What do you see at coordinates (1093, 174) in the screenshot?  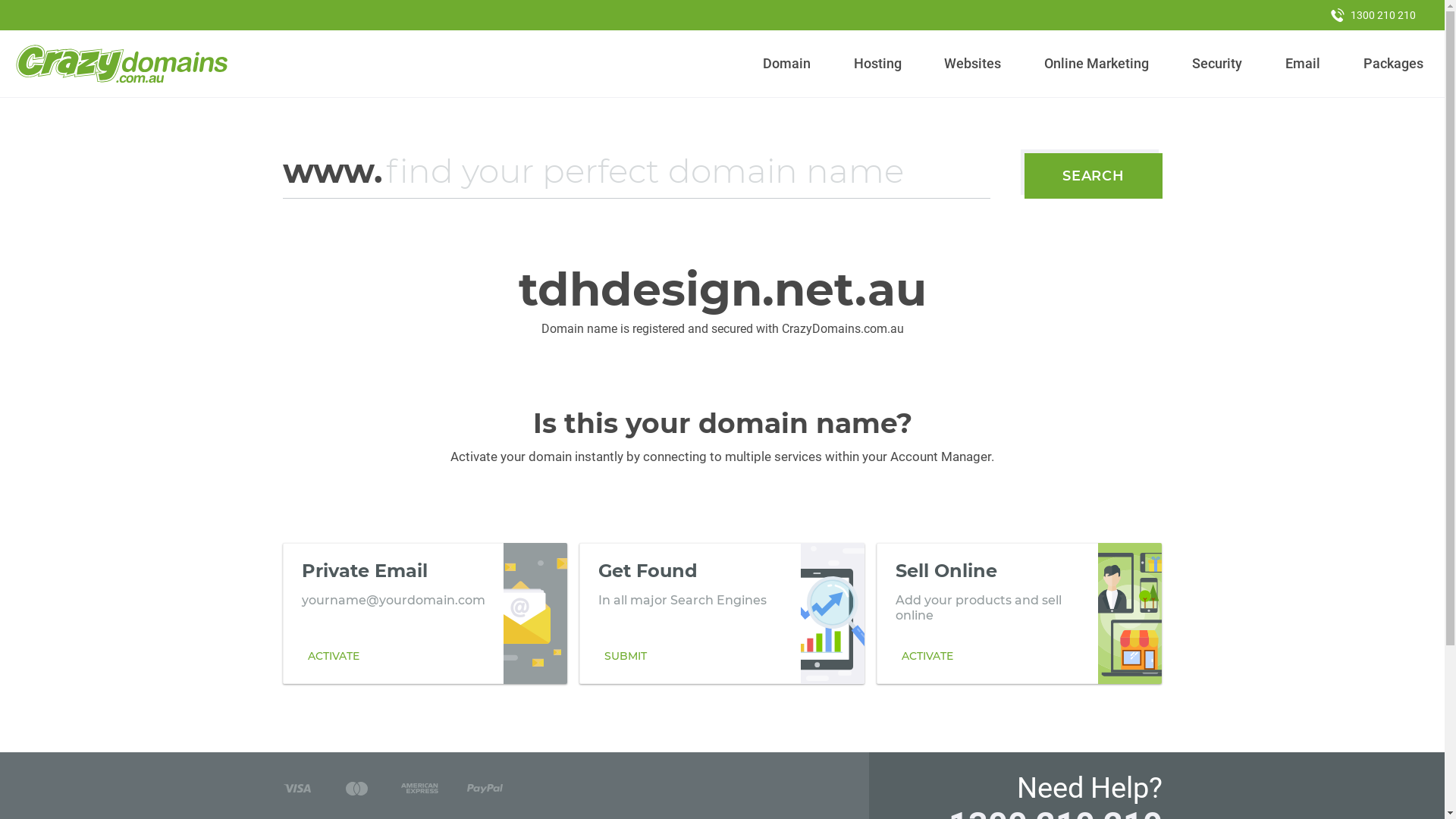 I see `'SEARCH'` at bounding box center [1093, 174].